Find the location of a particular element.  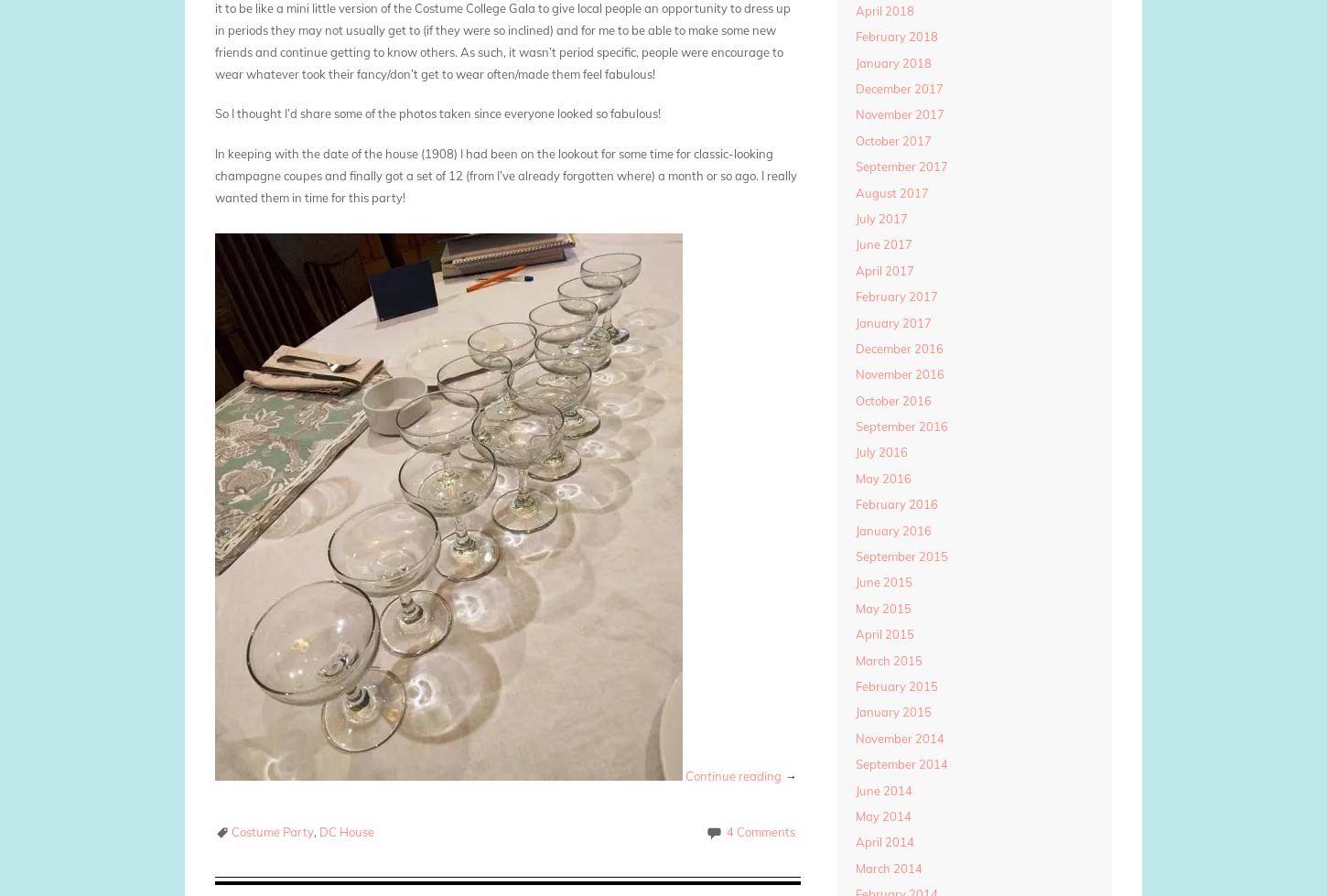

'September 2017' is located at coordinates (901, 166).